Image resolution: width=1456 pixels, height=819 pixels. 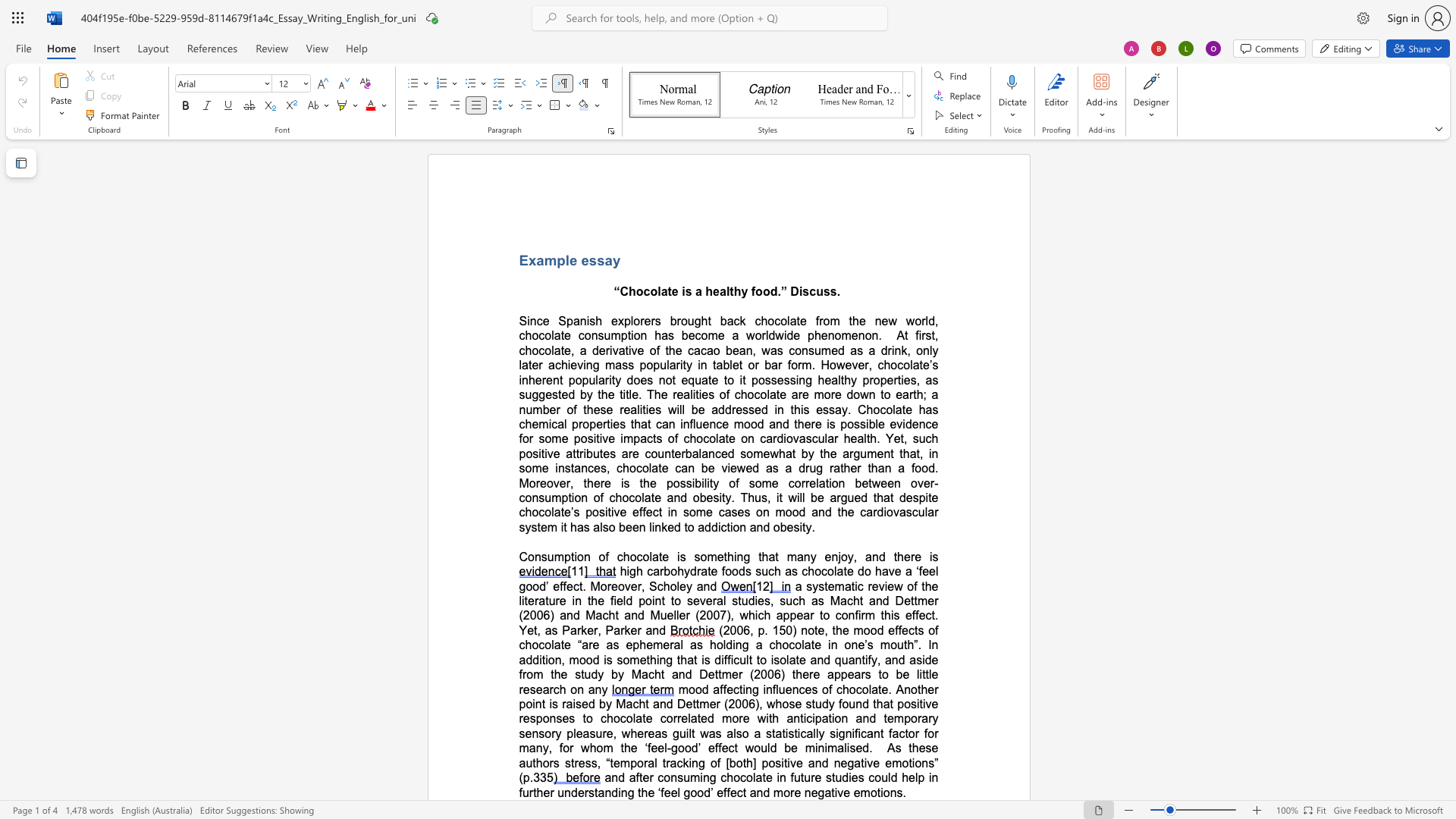 What do you see at coordinates (636, 557) in the screenshot?
I see `the space between the continuous character "o" and "c" in the text` at bounding box center [636, 557].